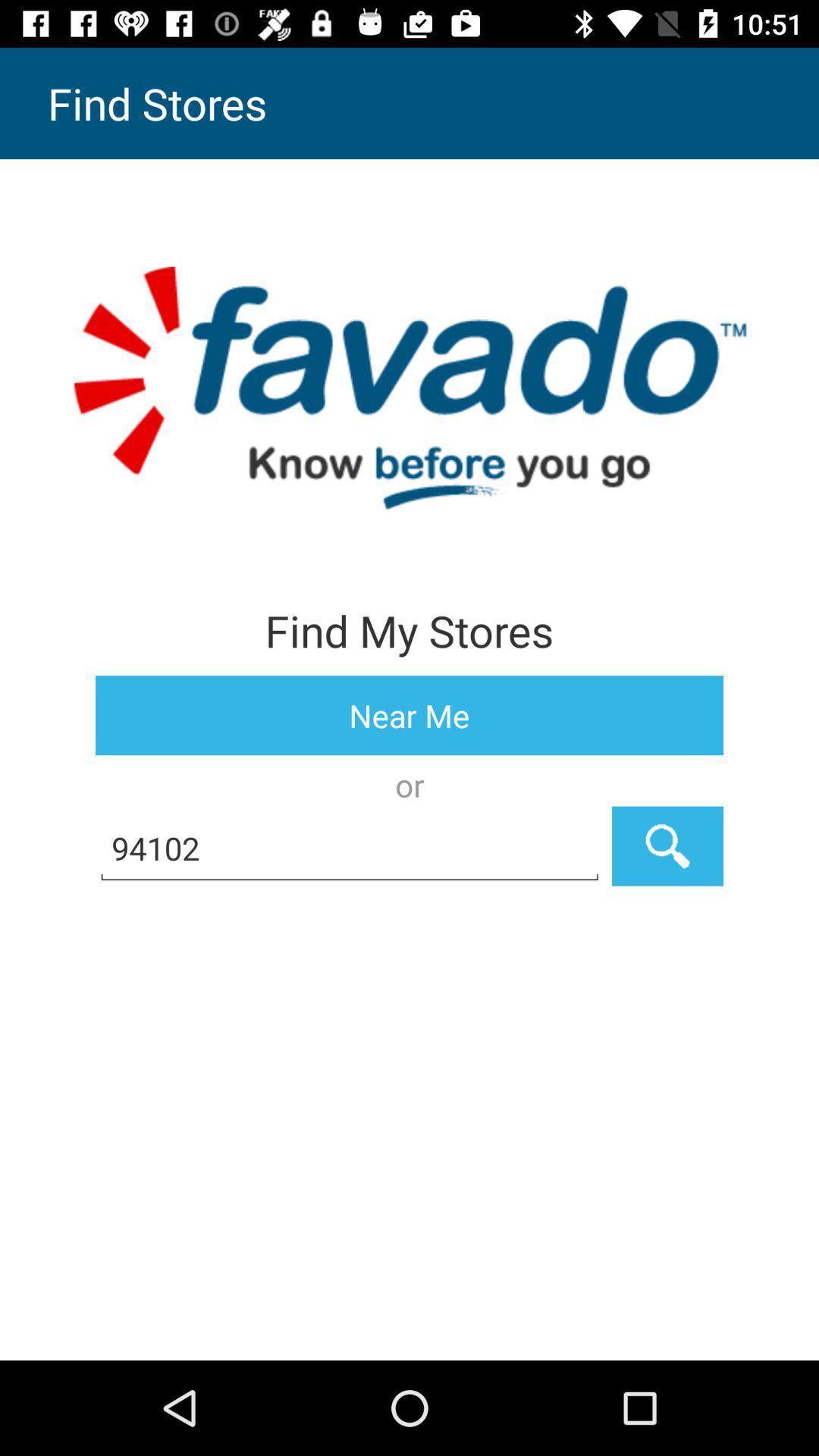 This screenshot has height=1456, width=819. I want to click on the item above or item, so click(409, 714).